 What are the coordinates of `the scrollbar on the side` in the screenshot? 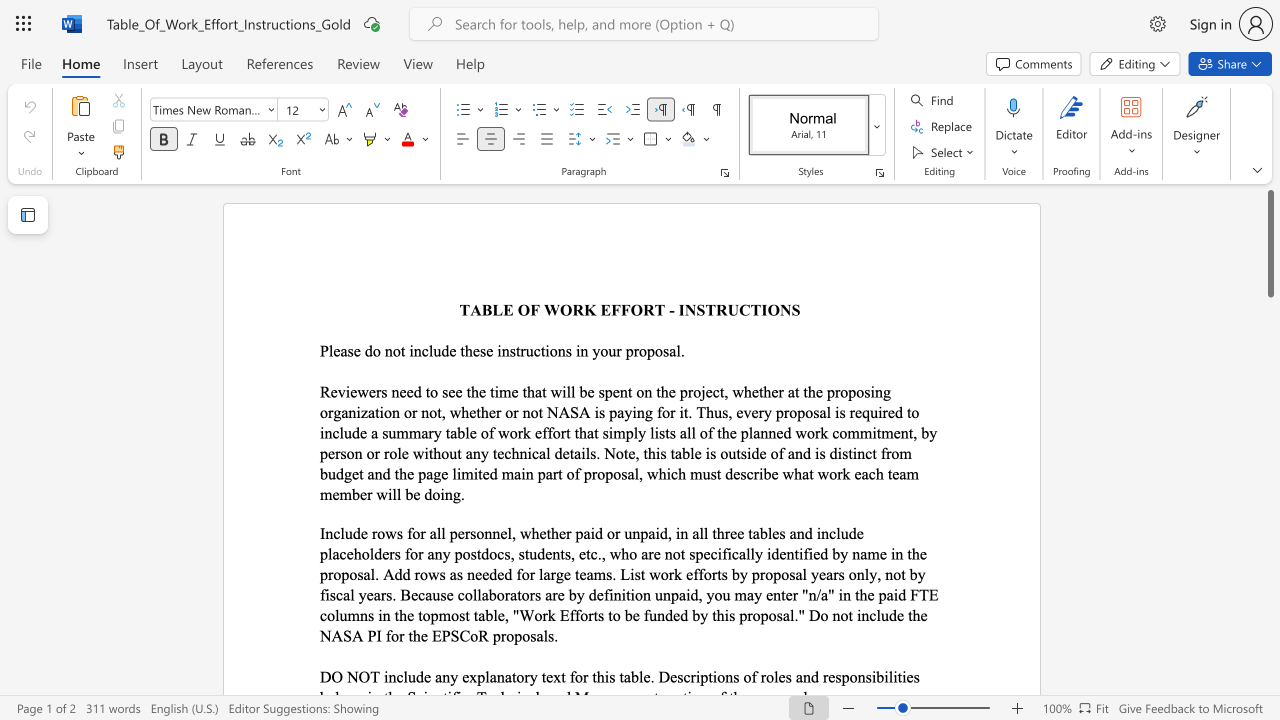 It's located at (1269, 580).